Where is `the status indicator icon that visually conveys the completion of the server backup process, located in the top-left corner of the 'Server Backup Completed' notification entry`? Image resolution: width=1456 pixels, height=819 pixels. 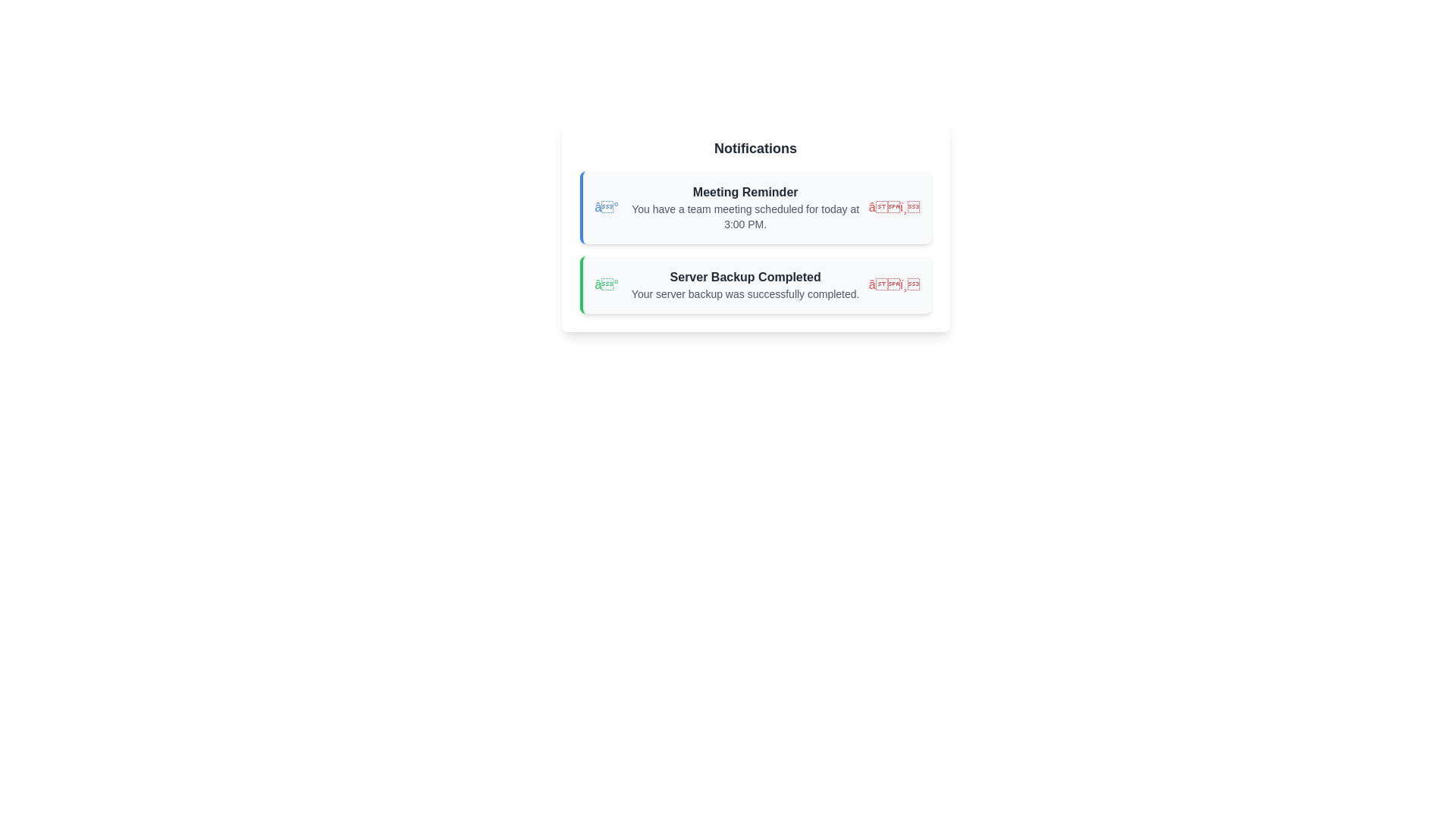
the status indicator icon that visually conveys the completion of the server backup process, located in the top-left corner of the 'Server Backup Completed' notification entry is located at coordinates (603, 284).